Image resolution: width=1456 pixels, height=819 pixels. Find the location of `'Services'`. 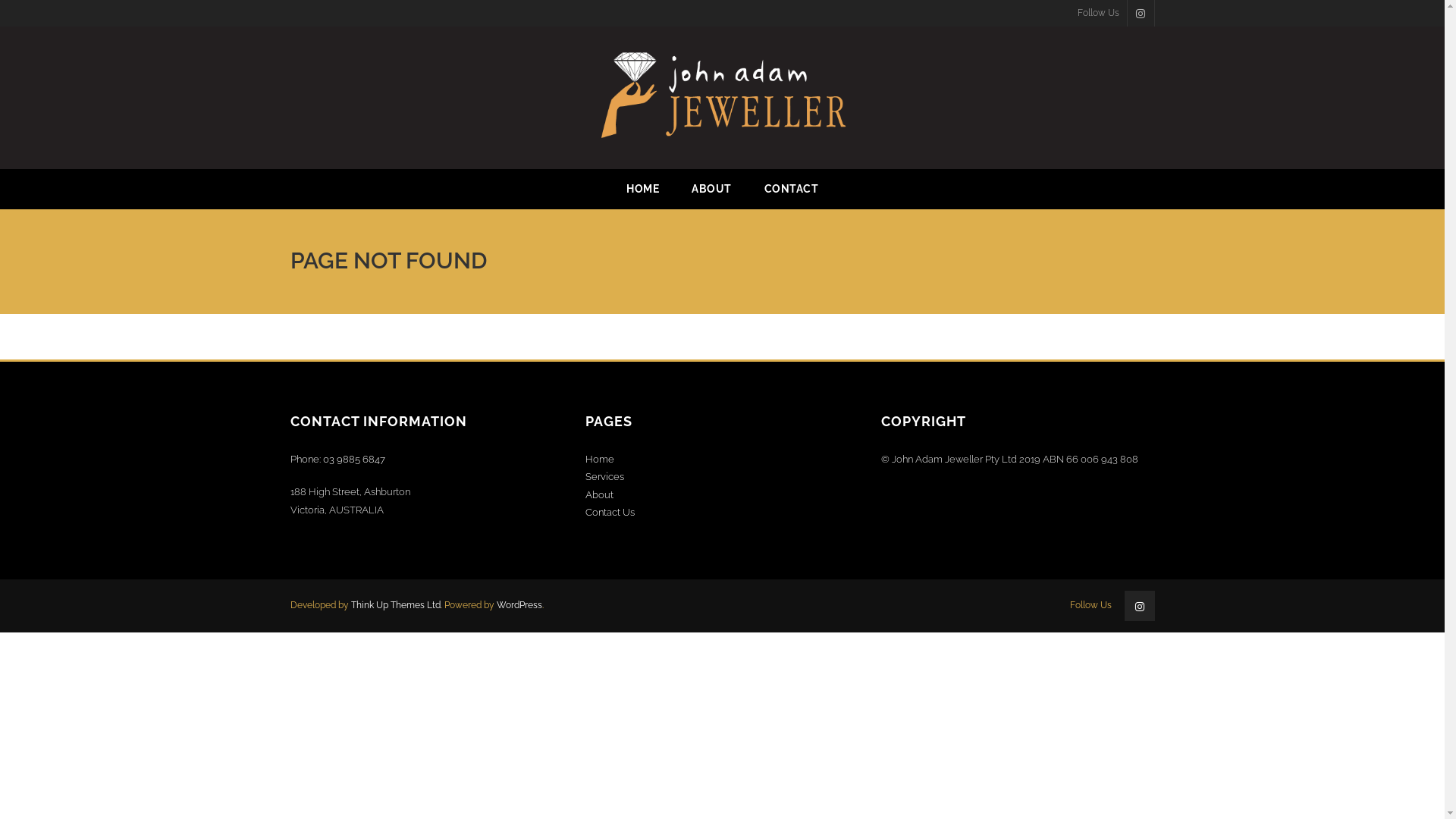

'Services' is located at coordinates (585, 475).